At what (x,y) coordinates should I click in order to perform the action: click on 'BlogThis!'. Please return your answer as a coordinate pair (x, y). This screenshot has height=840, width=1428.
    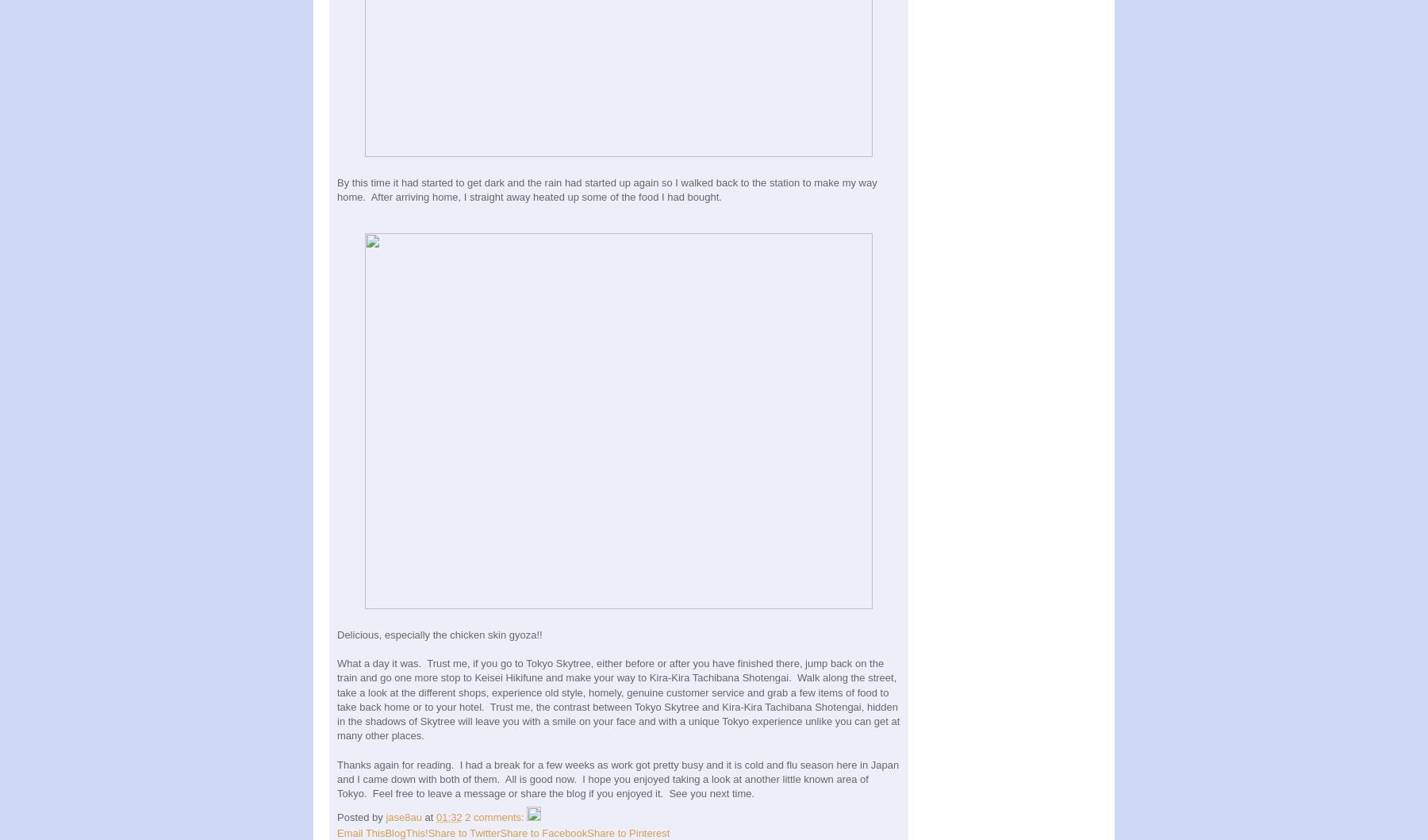
    Looking at the image, I should click on (405, 832).